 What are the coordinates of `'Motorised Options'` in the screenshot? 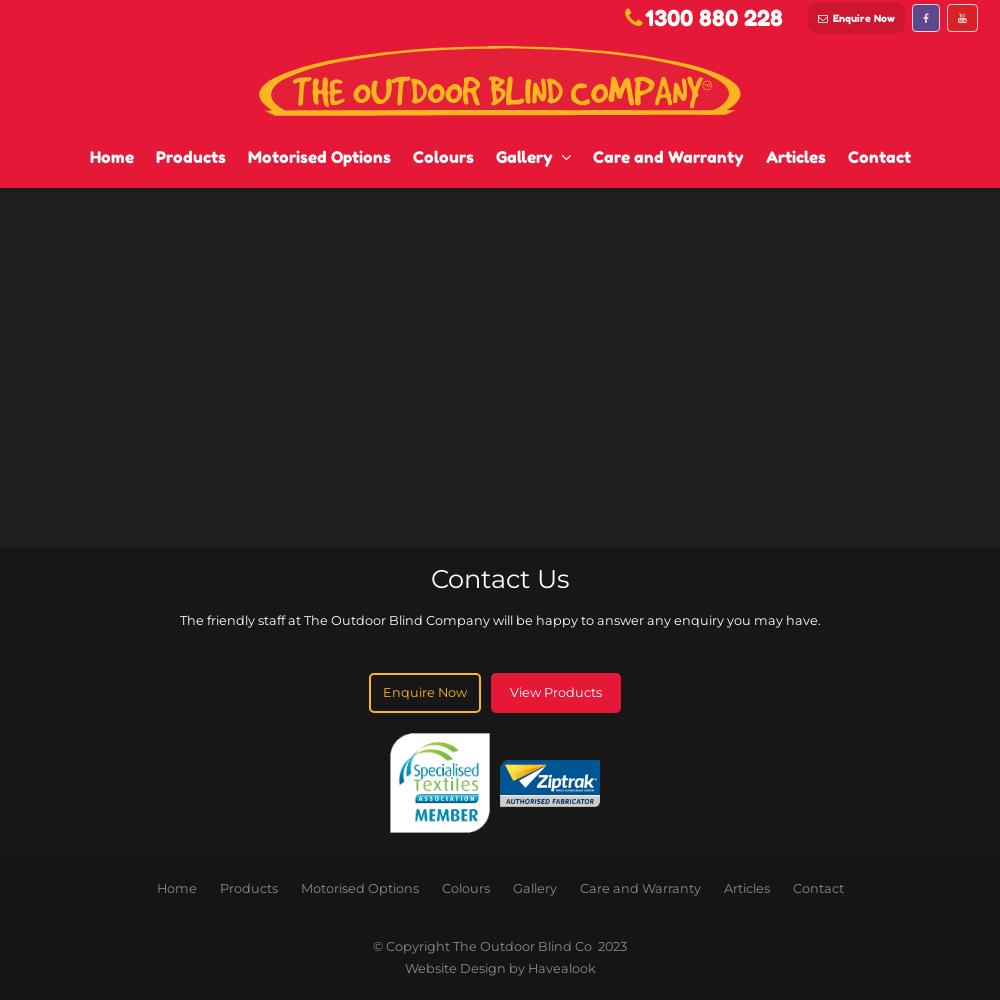 It's located at (300, 888).